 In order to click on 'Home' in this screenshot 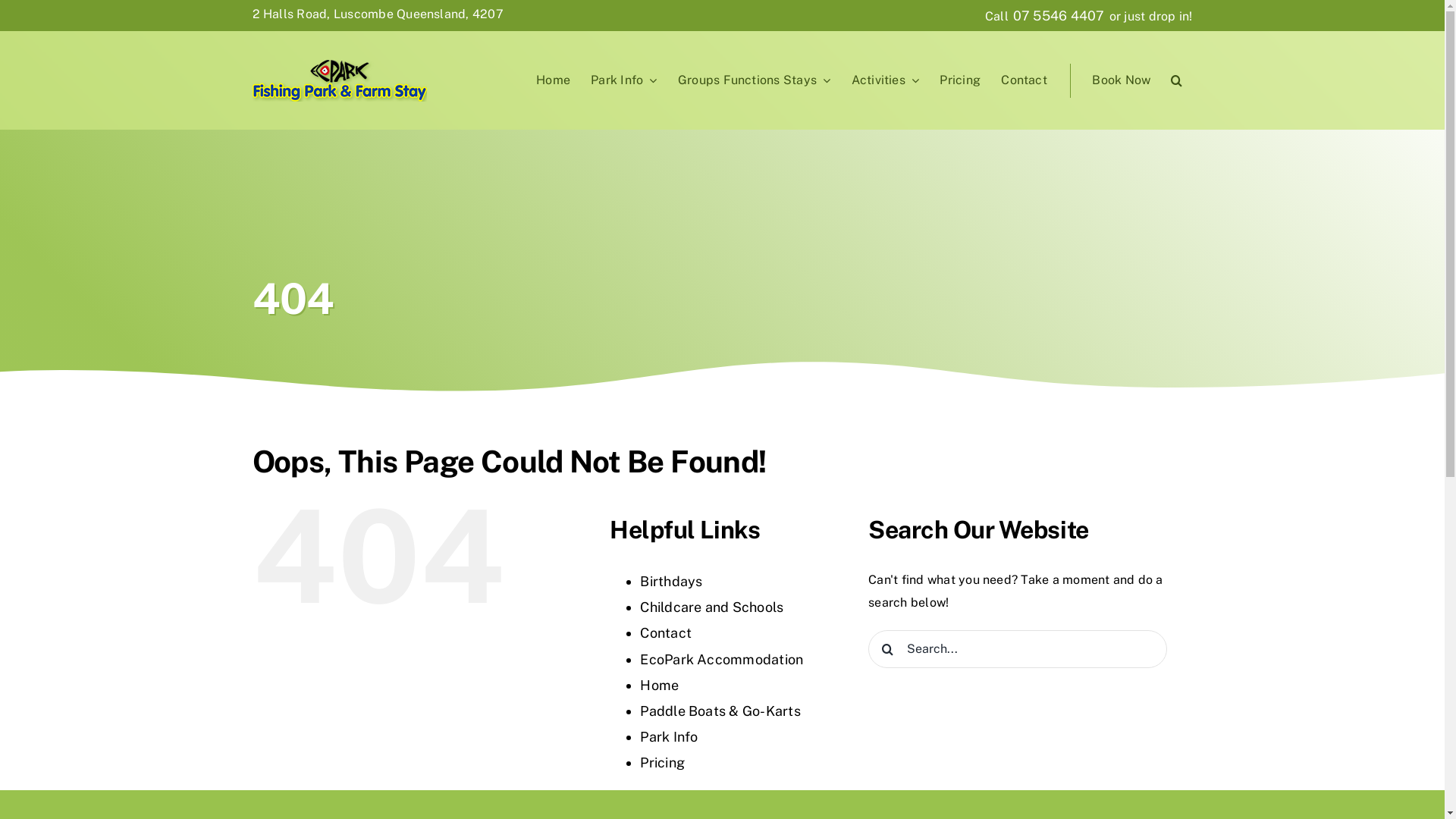, I will do `click(659, 685)`.